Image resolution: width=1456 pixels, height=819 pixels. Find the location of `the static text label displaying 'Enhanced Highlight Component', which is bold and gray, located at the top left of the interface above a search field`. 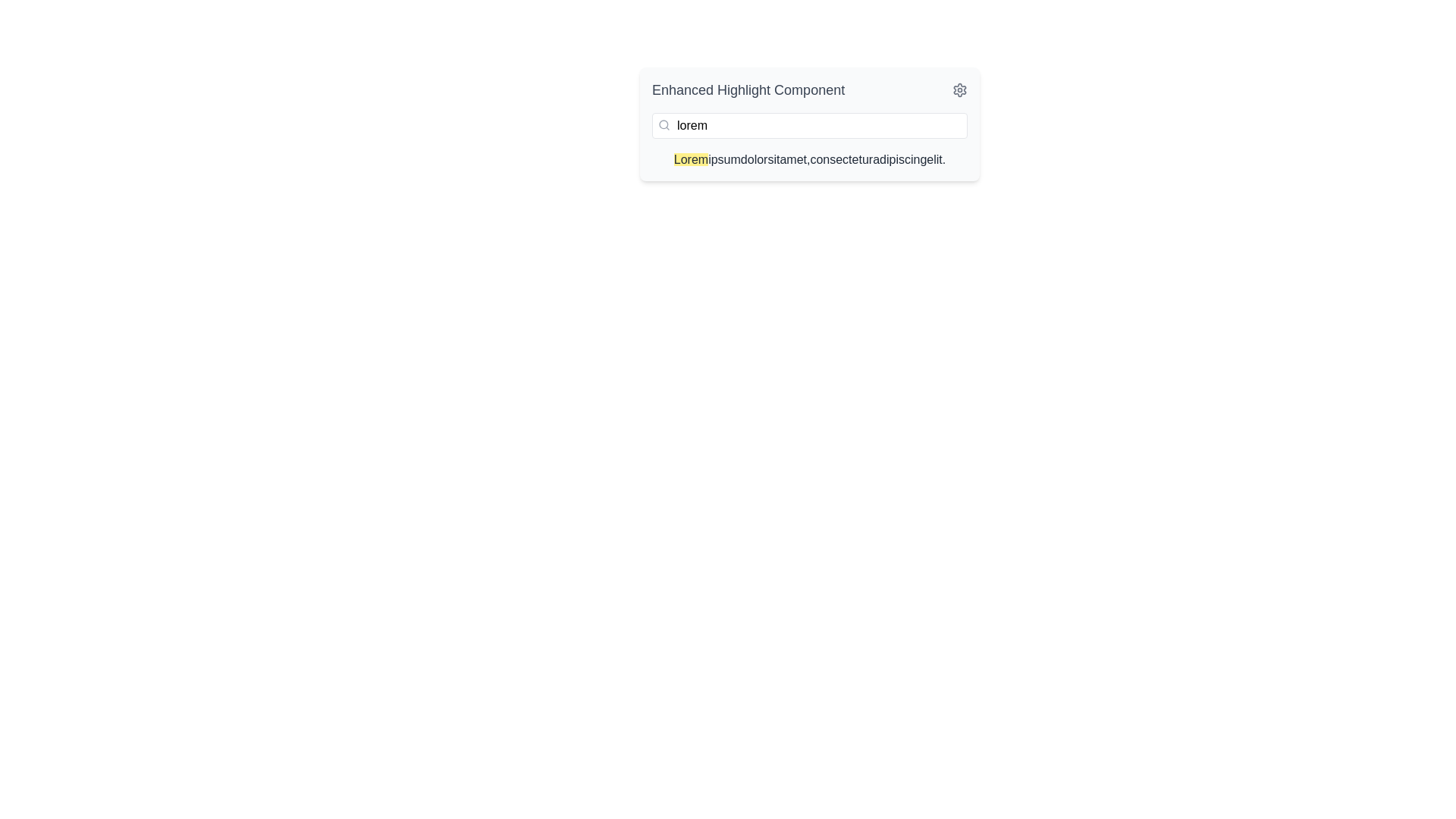

the static text label displaying 'Enhanced Highlight Component', which is bold and gray, located at the top left of the interface above a search field is located at coordinates (748, 90).